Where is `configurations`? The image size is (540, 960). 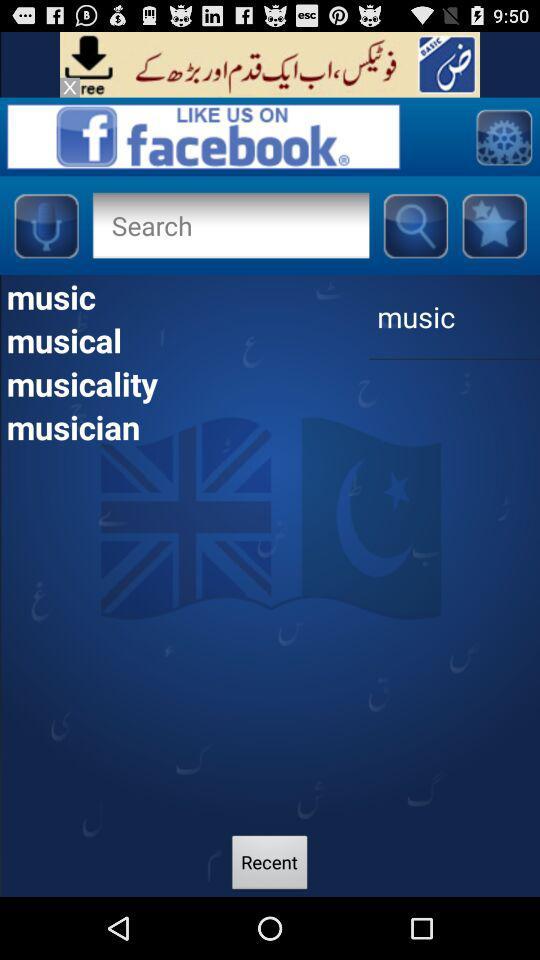 configurations is located at coordinates (502, 135).